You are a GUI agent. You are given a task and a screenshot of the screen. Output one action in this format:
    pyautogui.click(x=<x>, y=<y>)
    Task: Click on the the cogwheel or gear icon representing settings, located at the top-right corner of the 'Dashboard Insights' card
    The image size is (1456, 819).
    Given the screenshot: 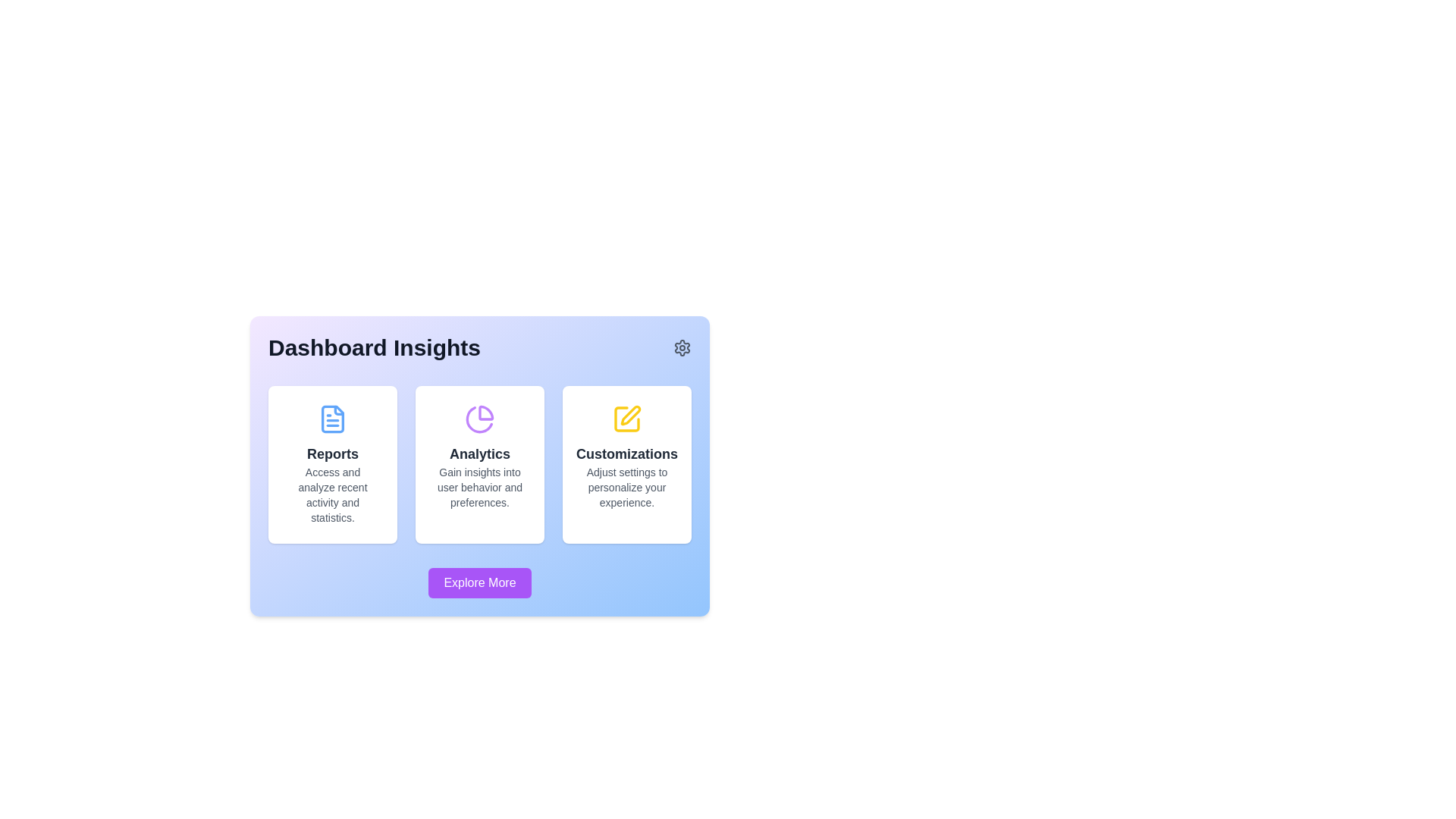 What is the action you would take?
    pyautogui.click(x=682, y=348)
    